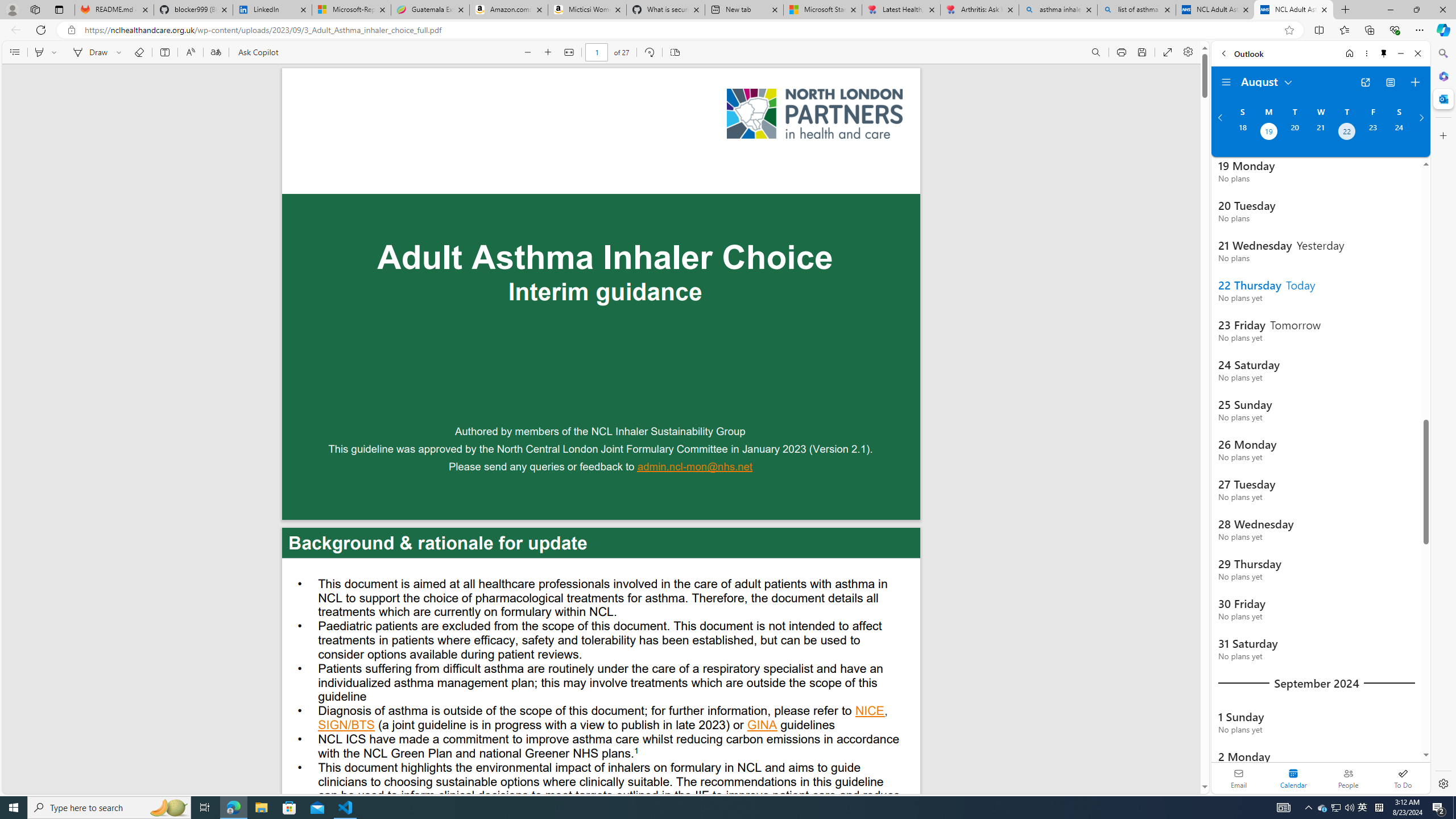 Image resolution: width=1456 pixels, height=819 pixels. Describe the element at coordinates (215, 52) in the screenshot. I see `'Translate'` at that location.